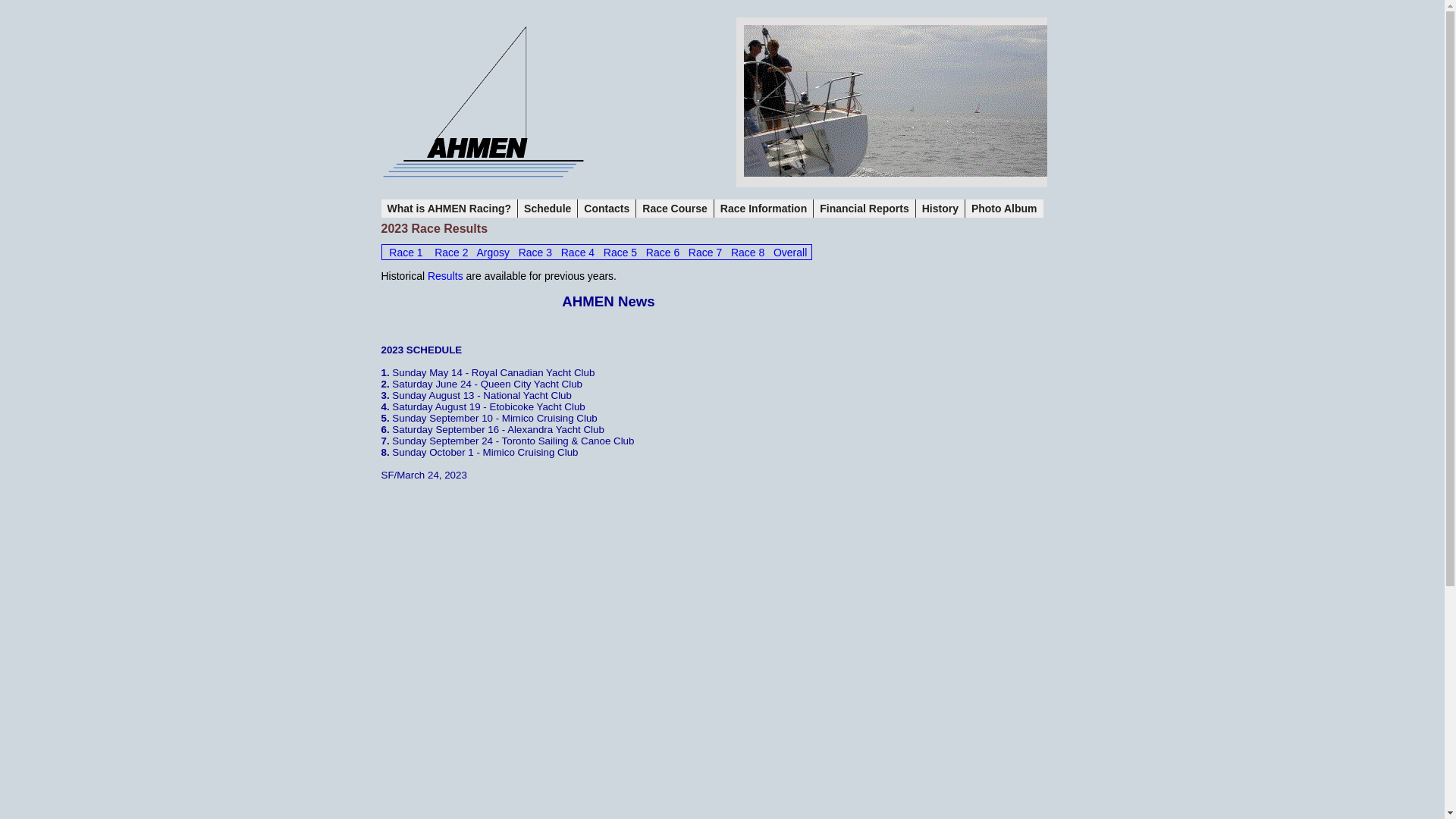  Describe the element at coordinates (1004, 208) in the screenshot. I see `'Photo Album'` at that location.